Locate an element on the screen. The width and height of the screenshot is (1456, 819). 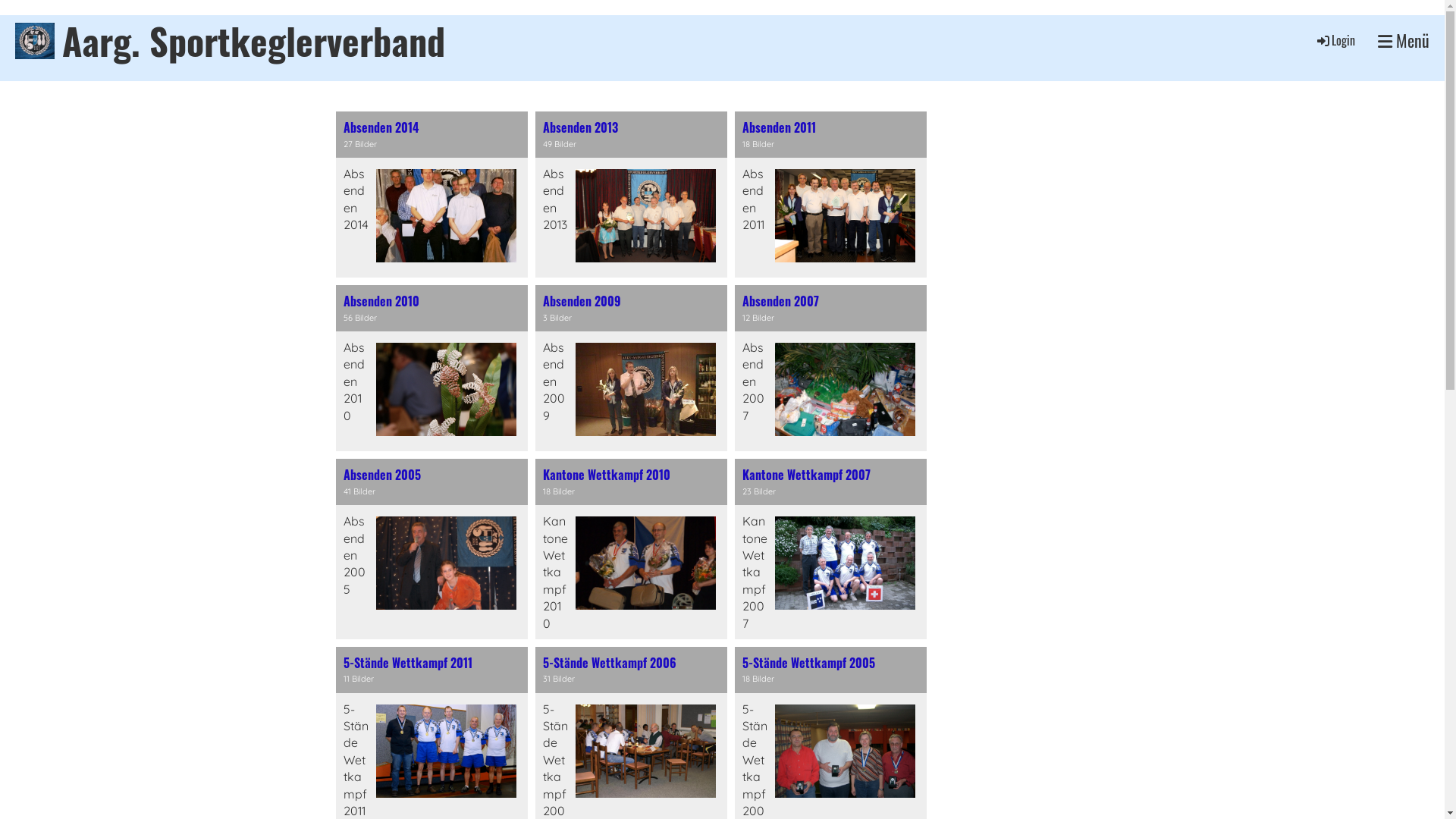
'Absenden 2007 is located at coordinates (830, 368).